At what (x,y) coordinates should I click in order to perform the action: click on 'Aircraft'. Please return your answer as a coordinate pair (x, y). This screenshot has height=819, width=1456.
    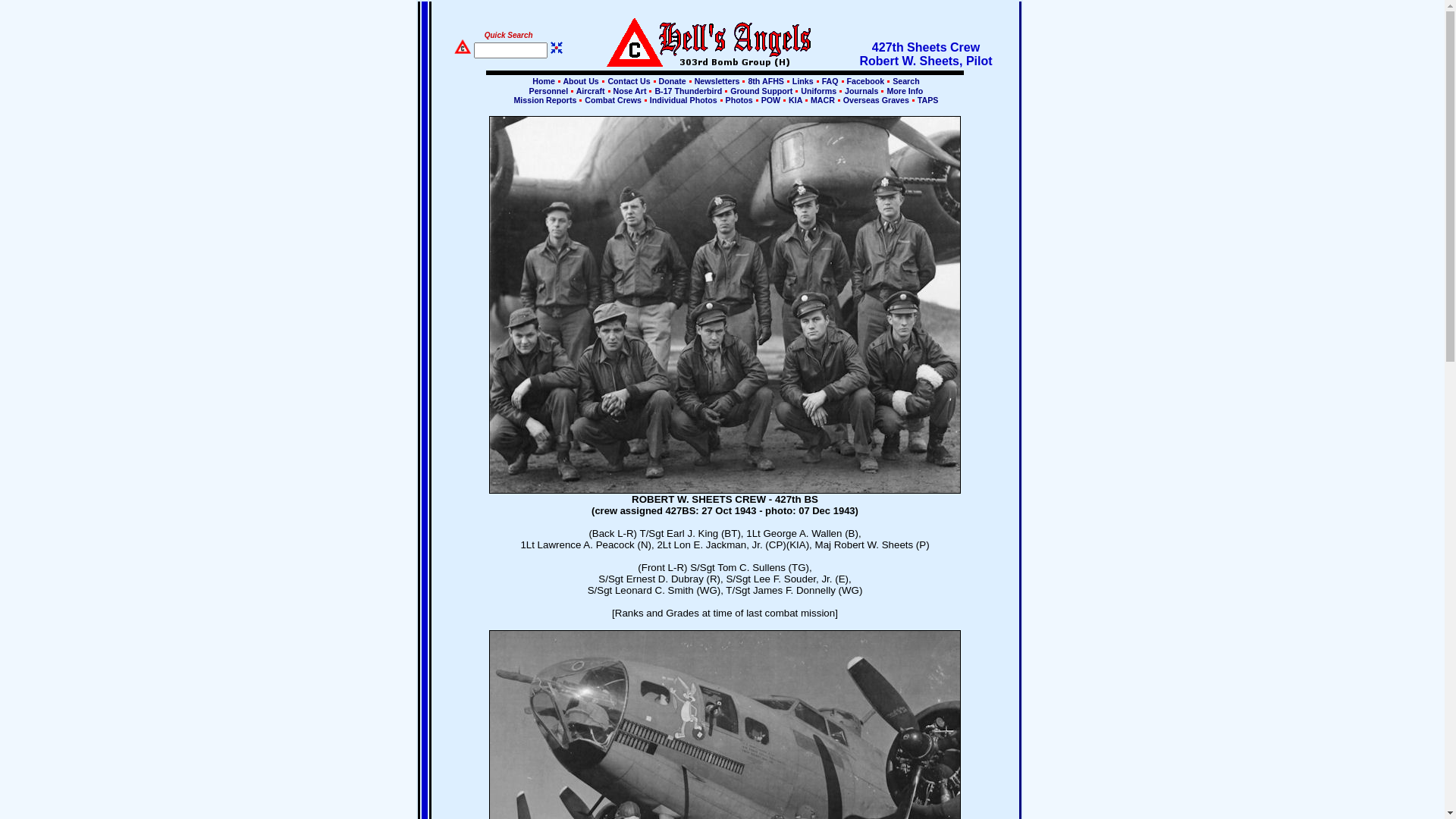
    Looking at the image, I should click on (573, 90).